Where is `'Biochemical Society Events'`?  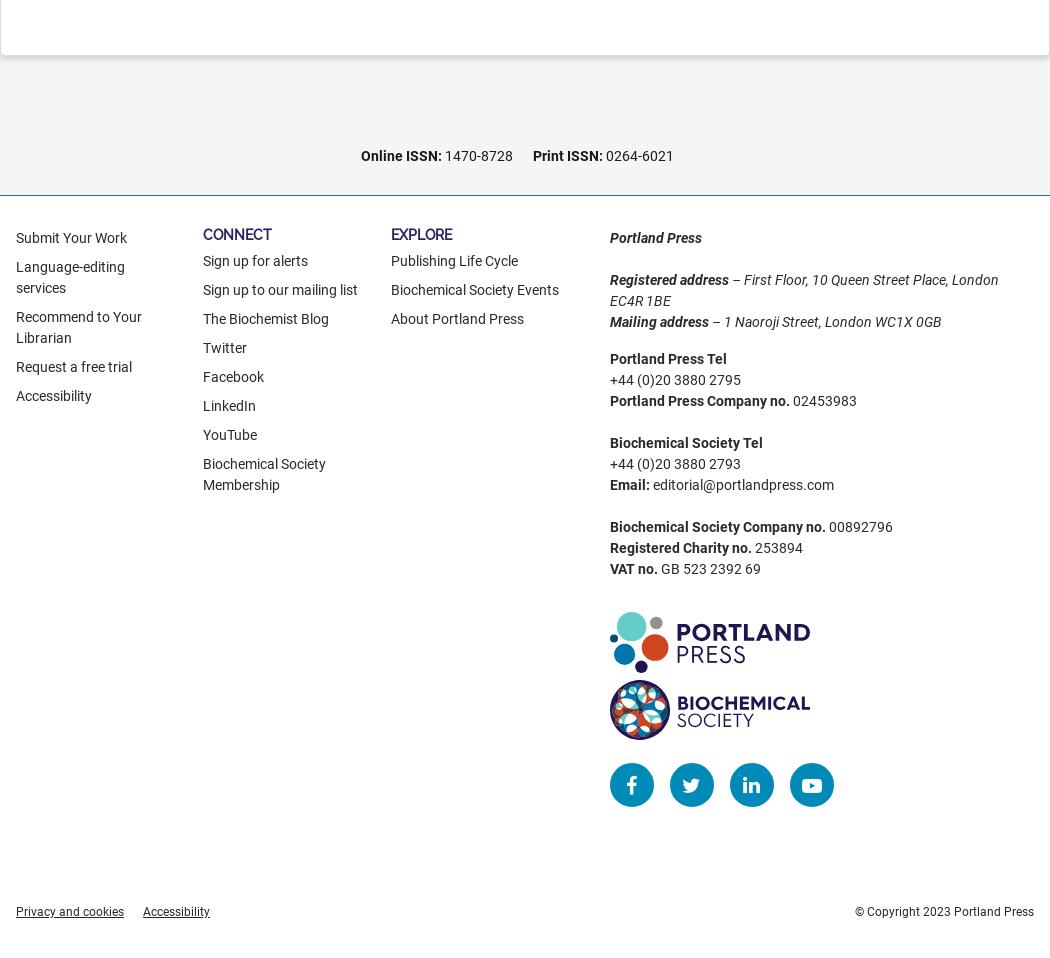 'Biochemical Society Events' is located at coordinates (473, 289).